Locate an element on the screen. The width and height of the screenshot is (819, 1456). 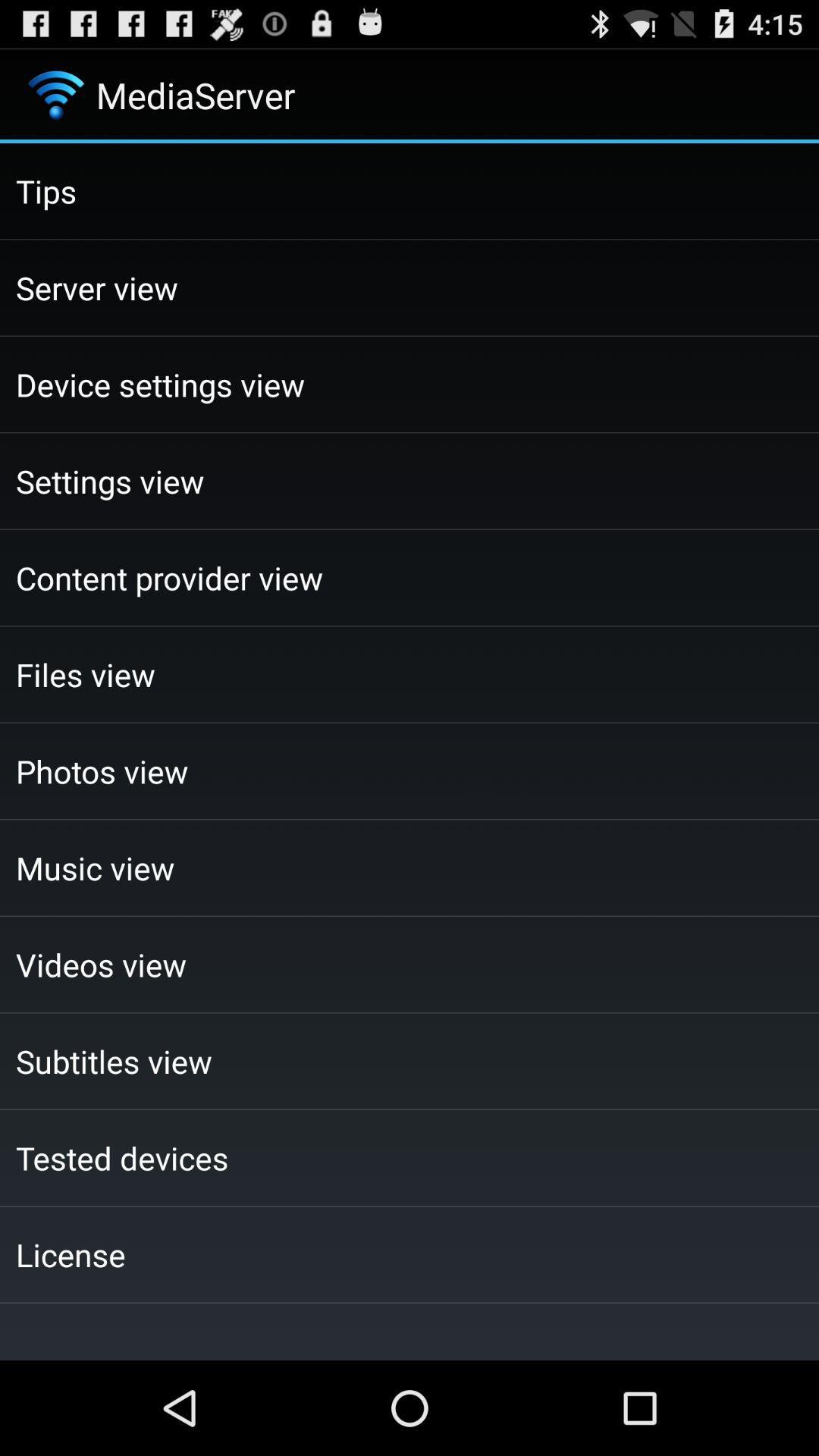
the checkbox above the server view item is located at coordinates (409, 190).